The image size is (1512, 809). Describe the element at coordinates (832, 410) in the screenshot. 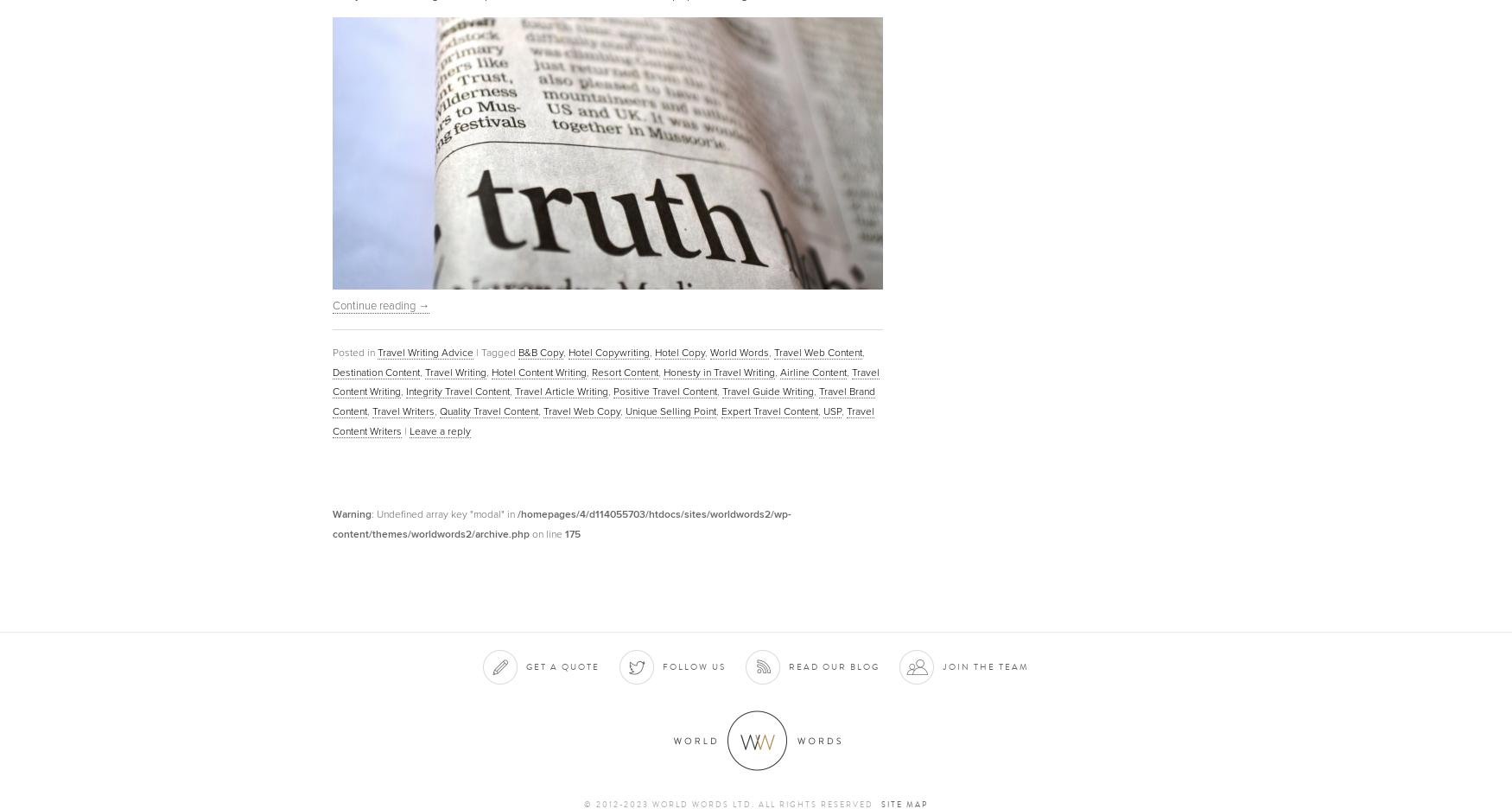

I see `'USP'` at that location.